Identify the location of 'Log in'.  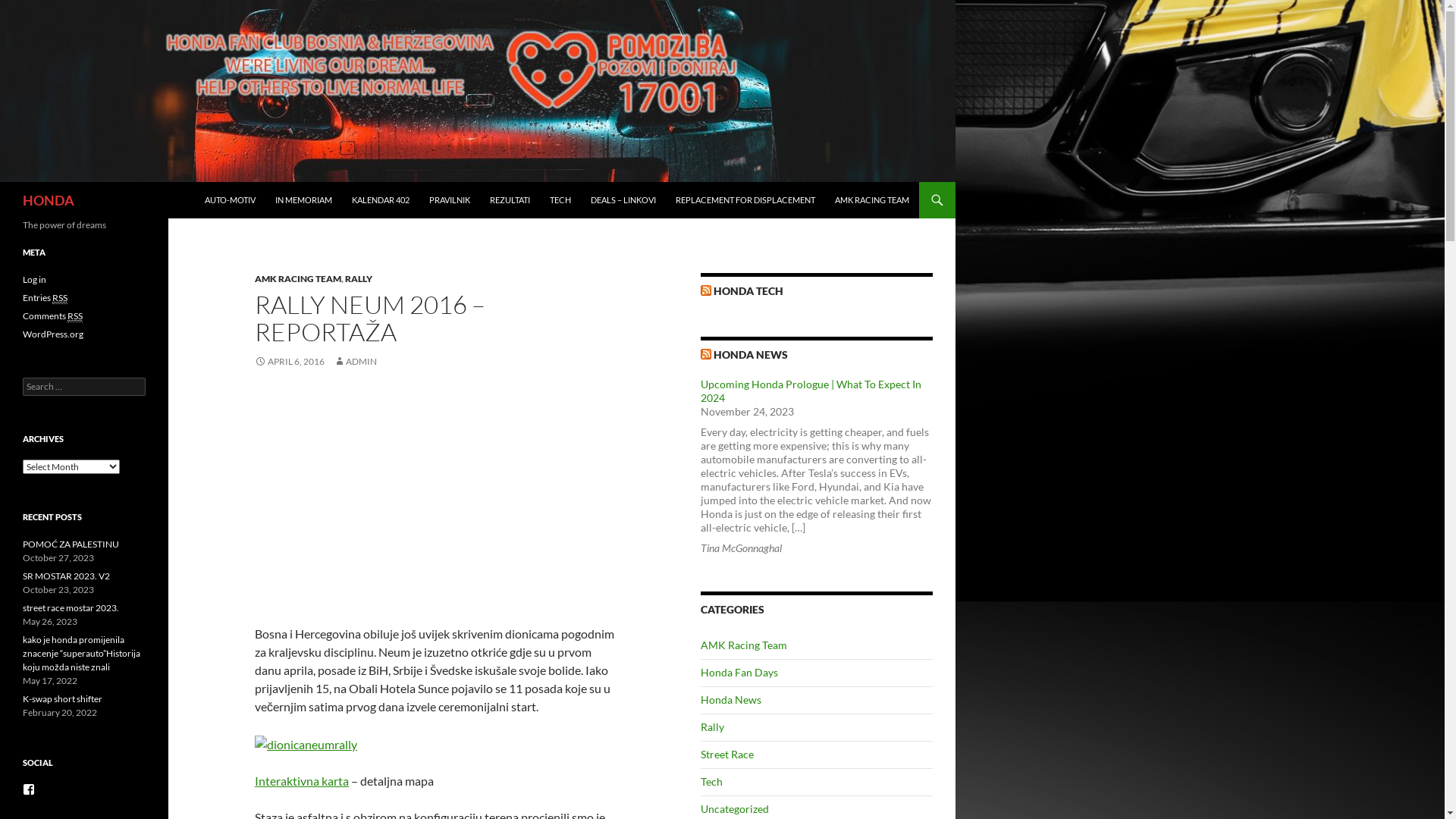
(22, 279).